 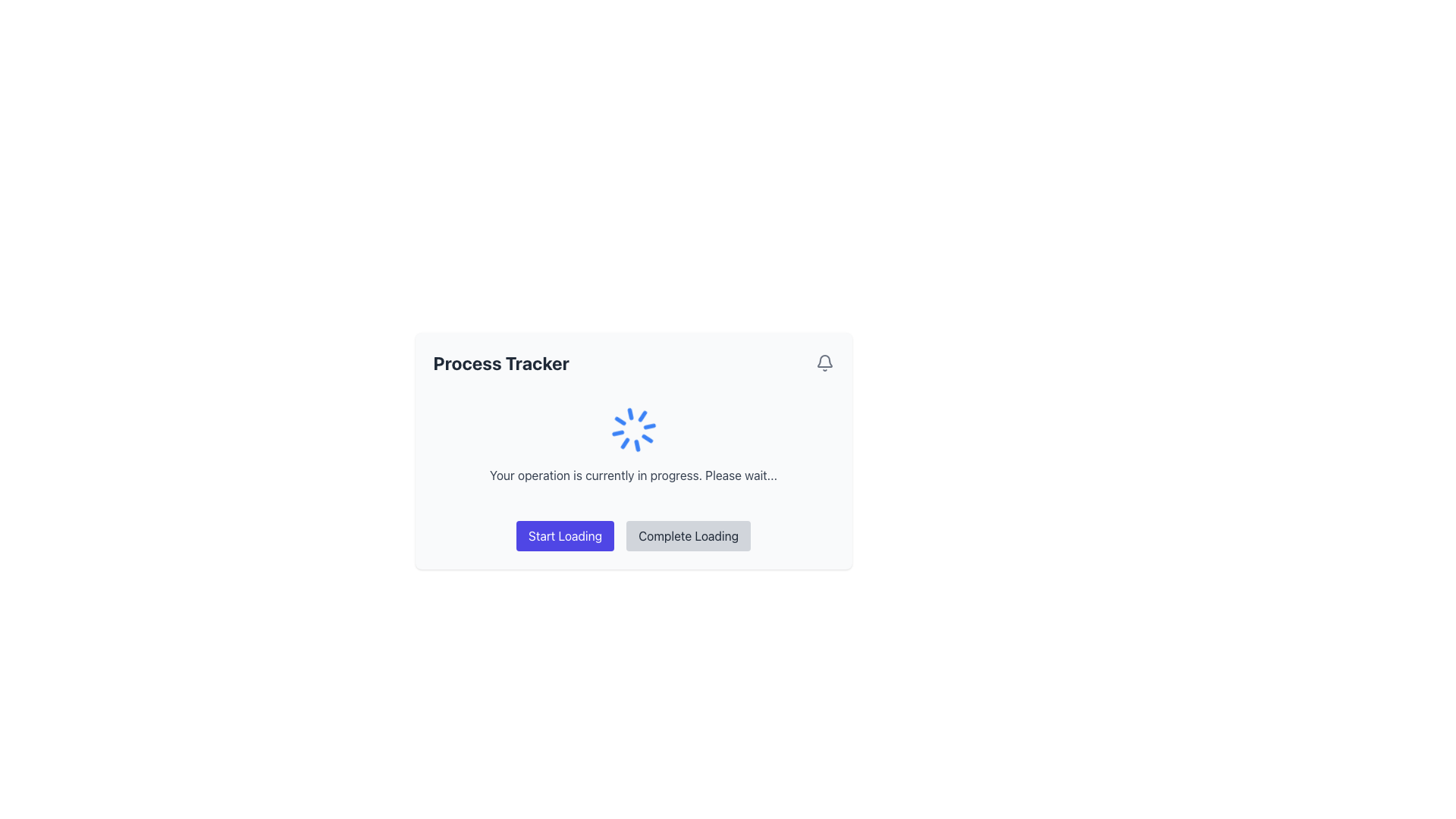 What do you see at coordinates (633, 430) in the screenshot?
I see `the Loader icon which represents a loading state, indicating that an operation is currently taking place, and is located centrally above the text 'Your operation is currently in progress. Please wait...'` at bounding box center [633, 430].